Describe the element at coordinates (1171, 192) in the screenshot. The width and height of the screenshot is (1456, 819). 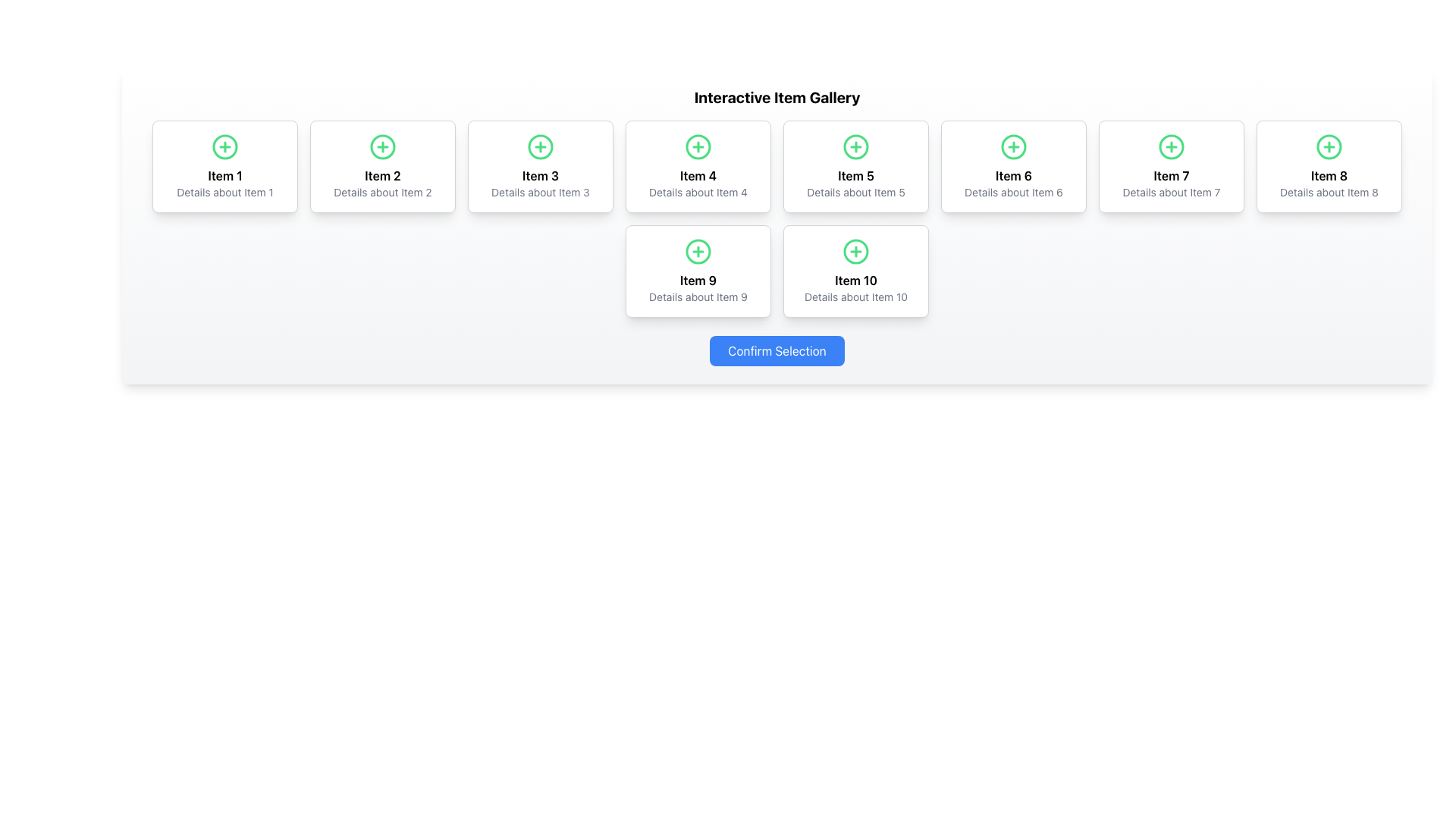
I see `the Text Label that provides supplementary details about 'Item 7', located at the bottom section of its card` at that location.